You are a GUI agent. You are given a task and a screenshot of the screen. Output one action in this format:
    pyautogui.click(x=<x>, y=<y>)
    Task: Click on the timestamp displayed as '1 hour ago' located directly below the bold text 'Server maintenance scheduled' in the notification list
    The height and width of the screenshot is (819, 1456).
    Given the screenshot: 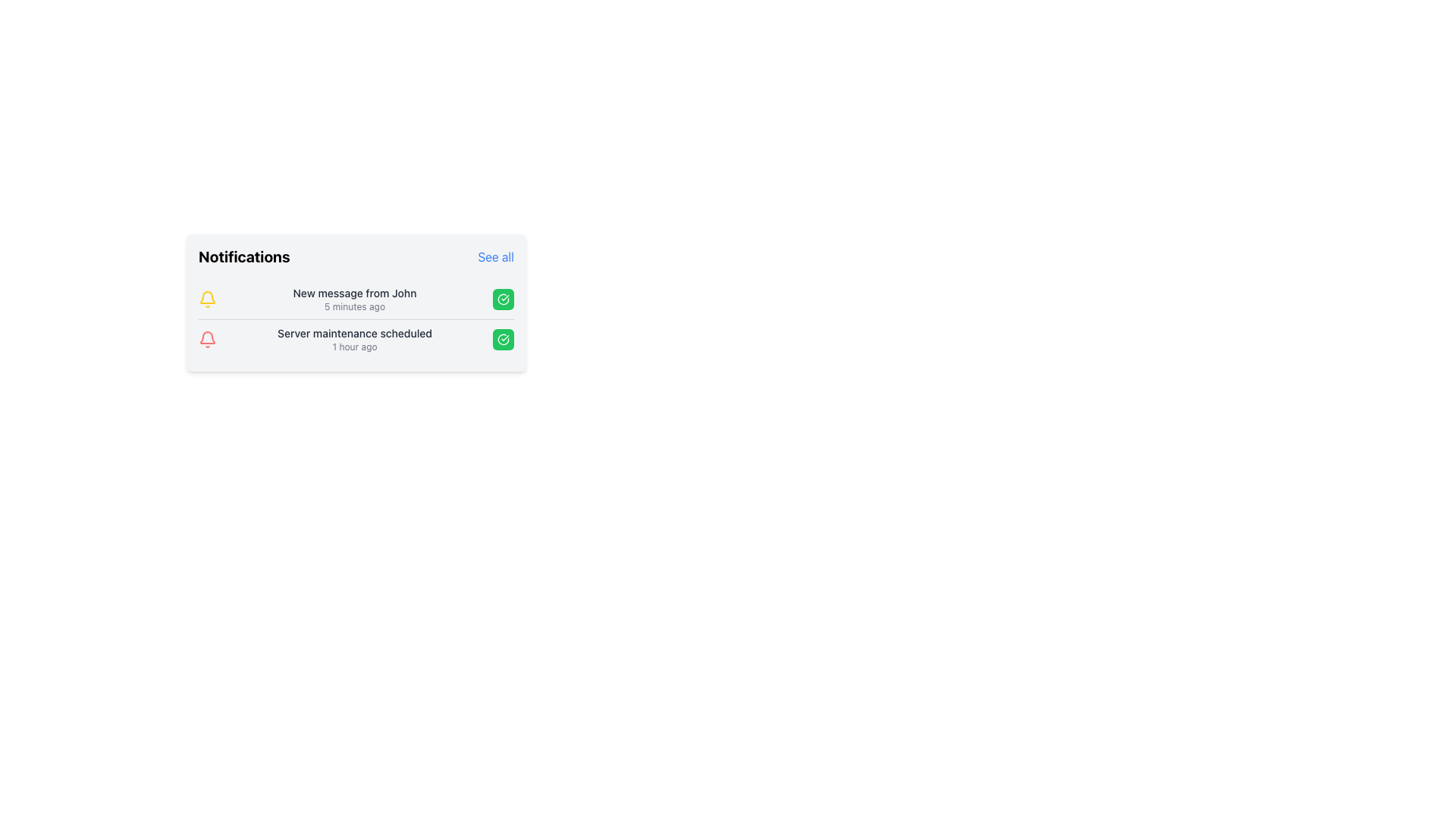 What is the action you would take?
    pyautogui.click(x=353, y=347)
    